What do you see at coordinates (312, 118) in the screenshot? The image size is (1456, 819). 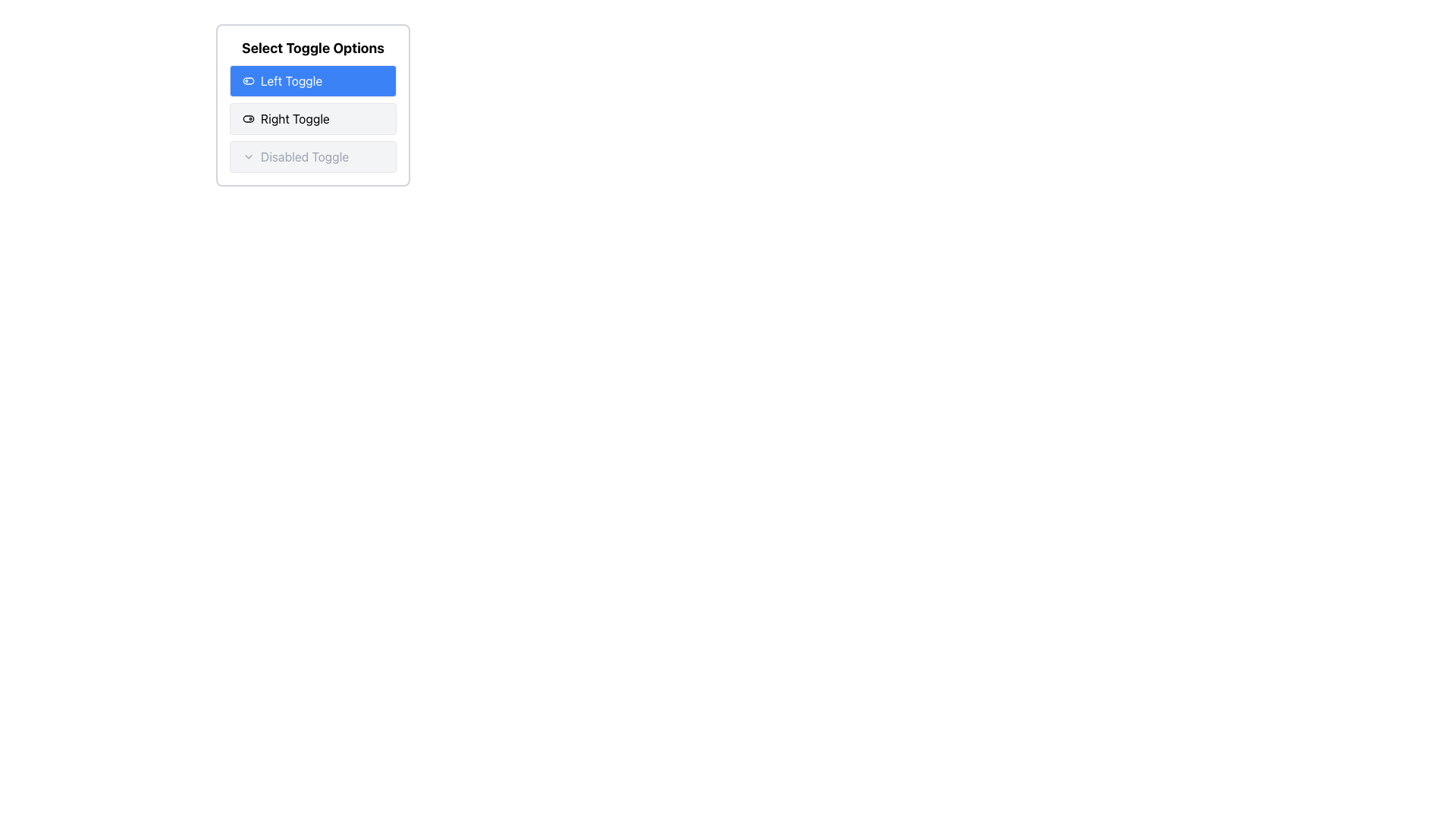 I see `the 'Right Toggle' button, which is a rectangular button with a light gray background and rounded corners` at bounding box center [312, 118].